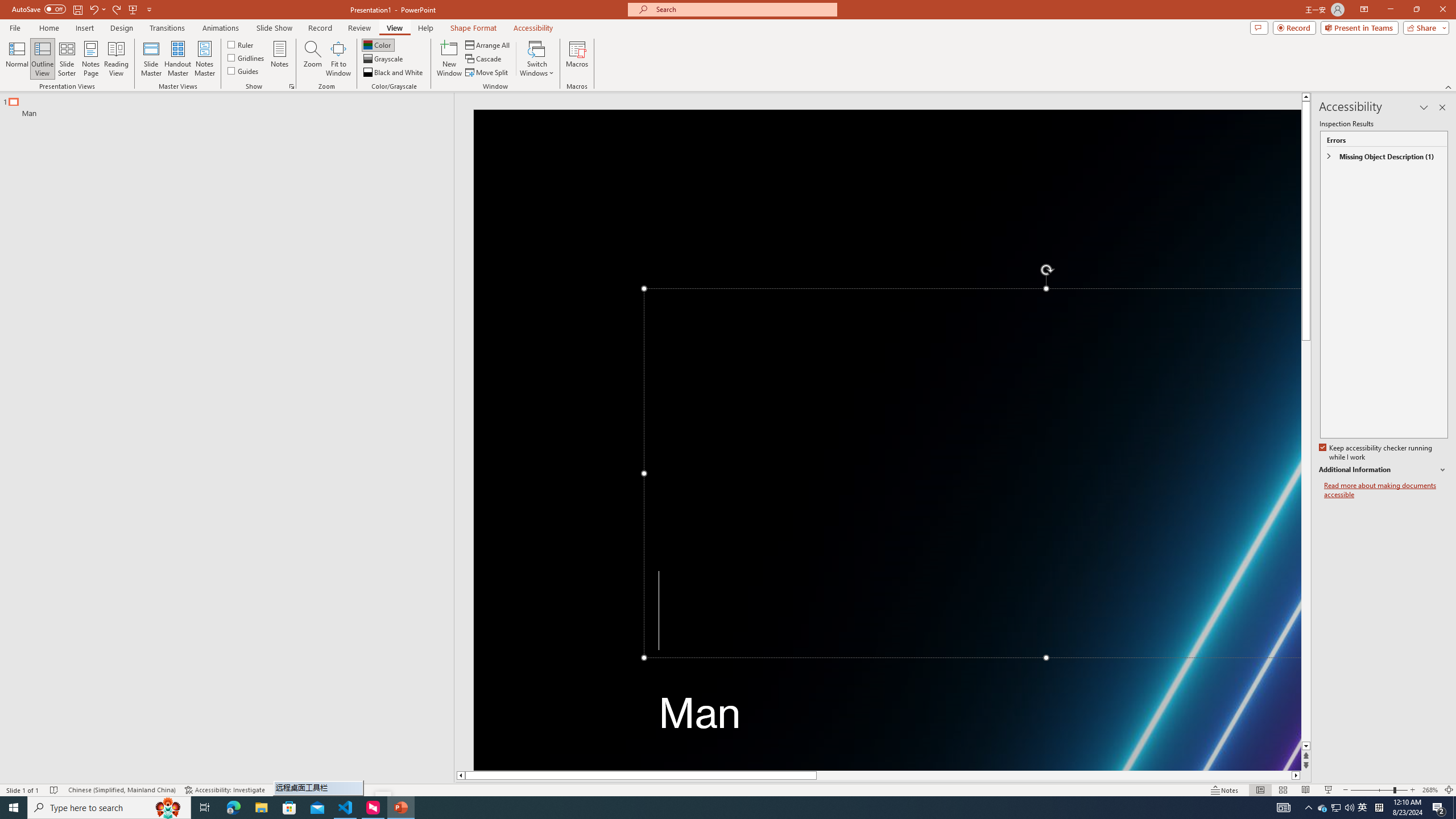  I want to click on 'Guides', so click(243, 69).